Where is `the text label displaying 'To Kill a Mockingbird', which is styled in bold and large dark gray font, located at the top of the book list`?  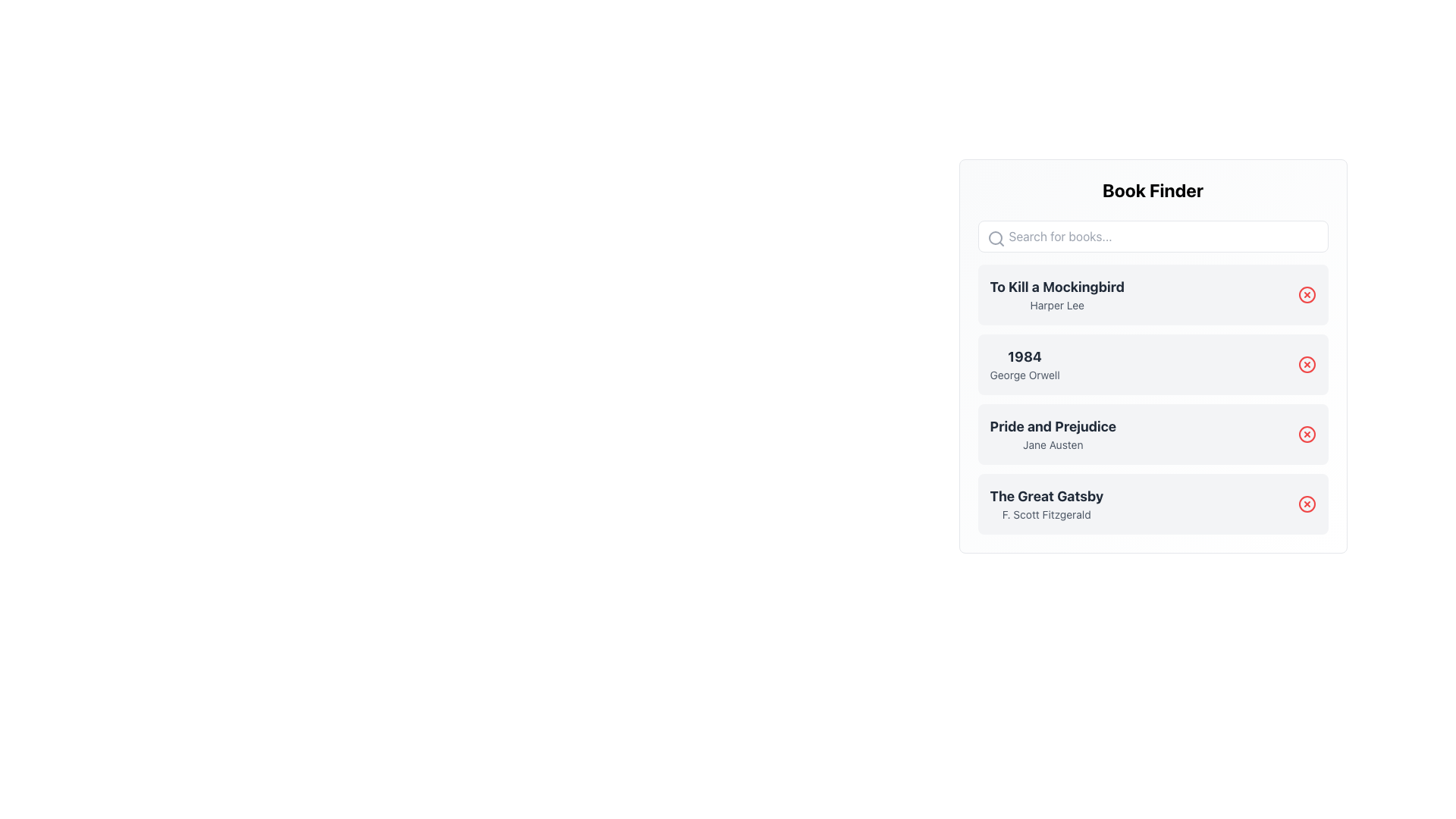
the text label displaying 'To Kill a Mockingbird', which is styled in bold and large dark gray font, located at the top of the book list is located at coordinates (1056, 287).